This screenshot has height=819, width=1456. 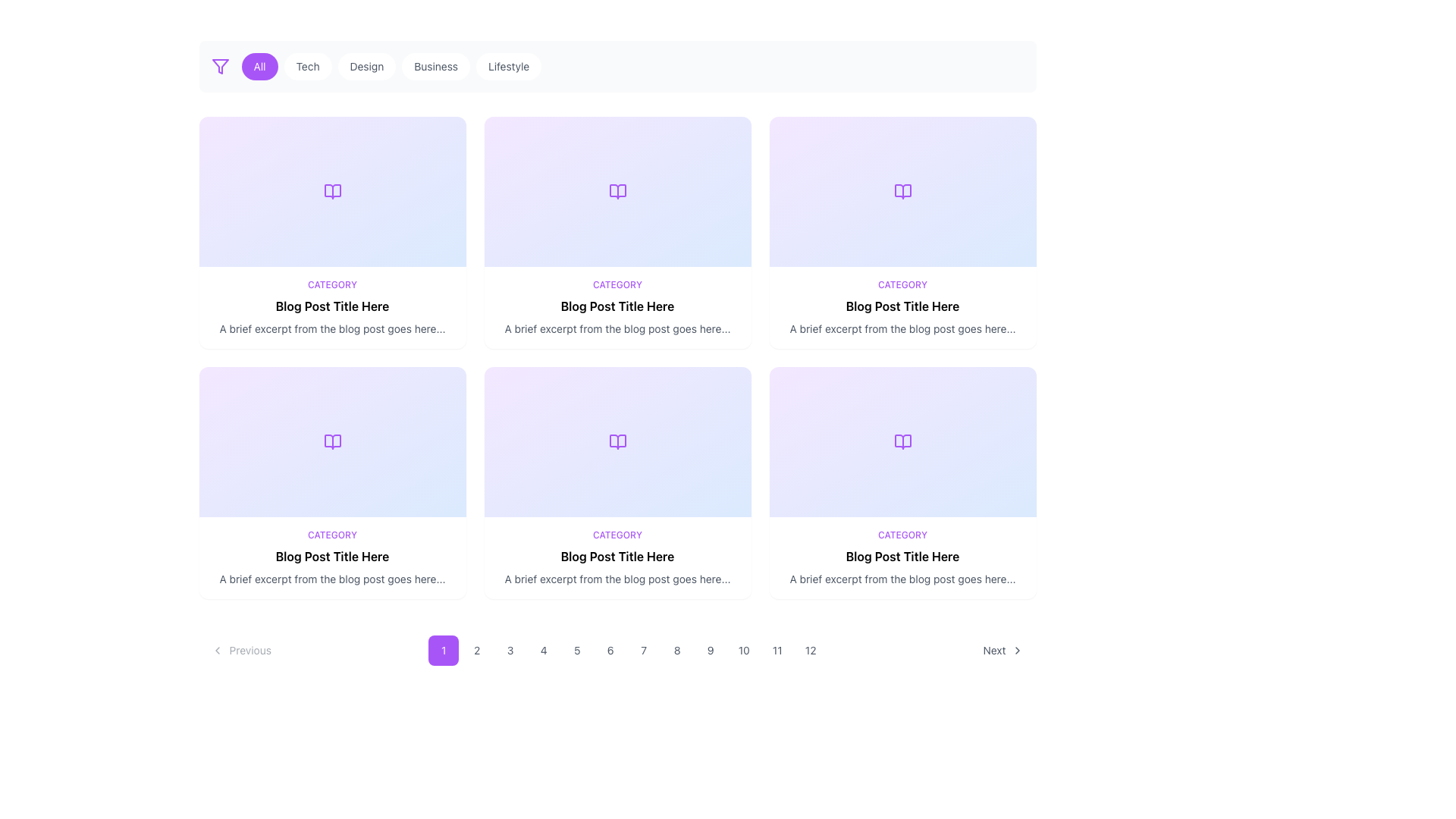 I want to click on the icon representing books or reading content located in the third card of the second row in a 4x3 grid layout for interaction, so click(x=617, y=441).